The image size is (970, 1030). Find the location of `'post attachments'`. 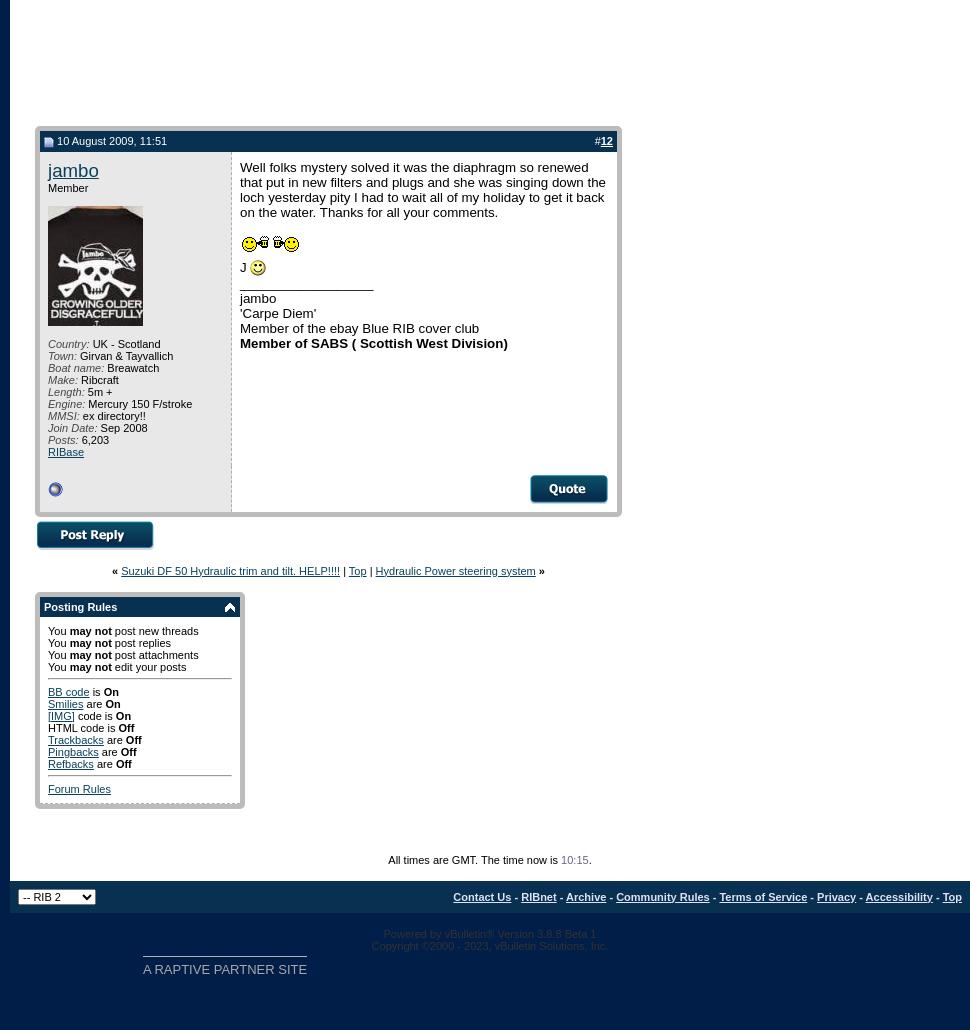

'post attachments' is located at coordinates (110, 653).